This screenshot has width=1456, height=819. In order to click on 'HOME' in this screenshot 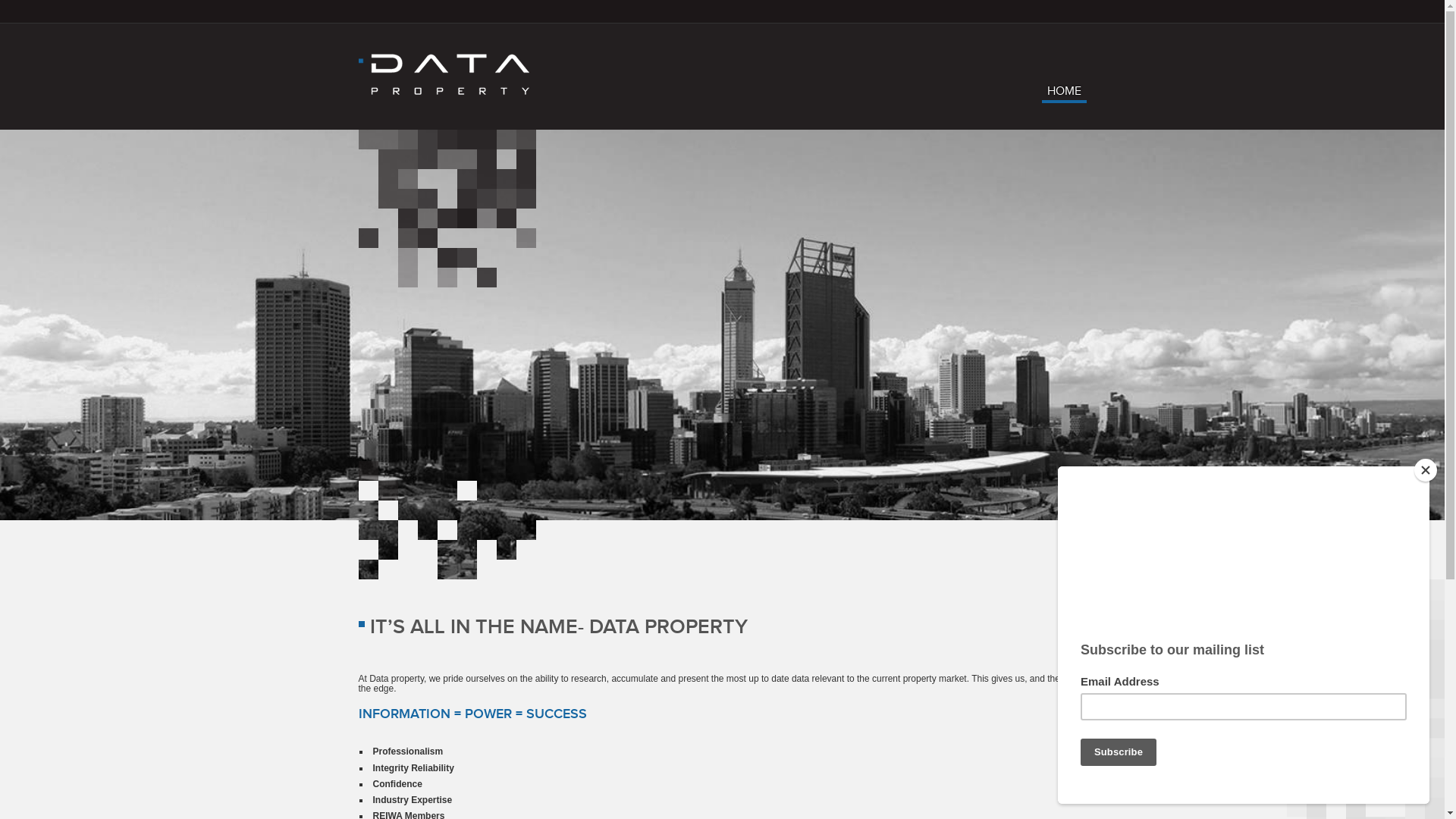, I will do `click(1040, 94)`.